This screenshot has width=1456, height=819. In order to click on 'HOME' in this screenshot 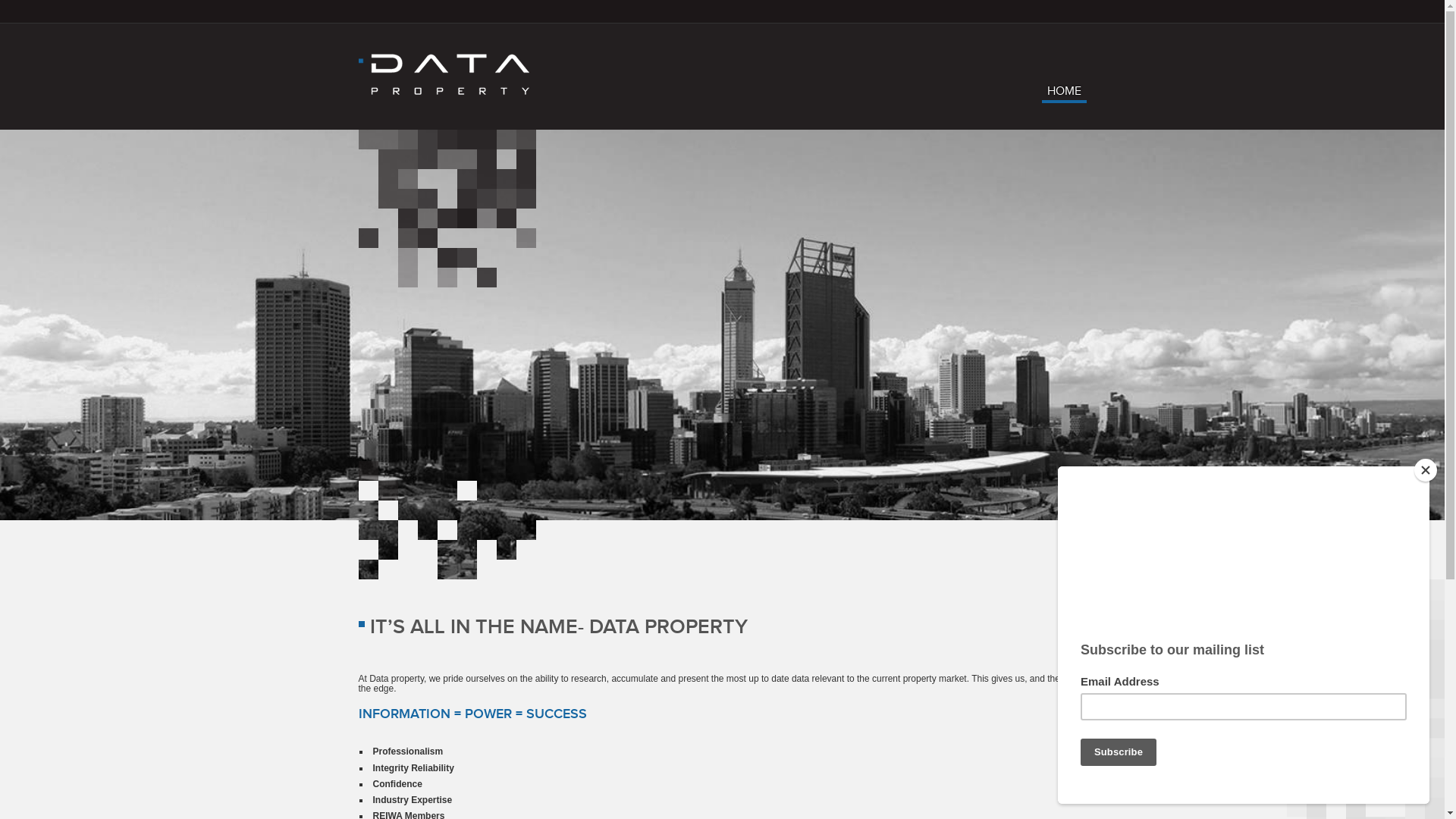, I will do `click(1040, 94)`.